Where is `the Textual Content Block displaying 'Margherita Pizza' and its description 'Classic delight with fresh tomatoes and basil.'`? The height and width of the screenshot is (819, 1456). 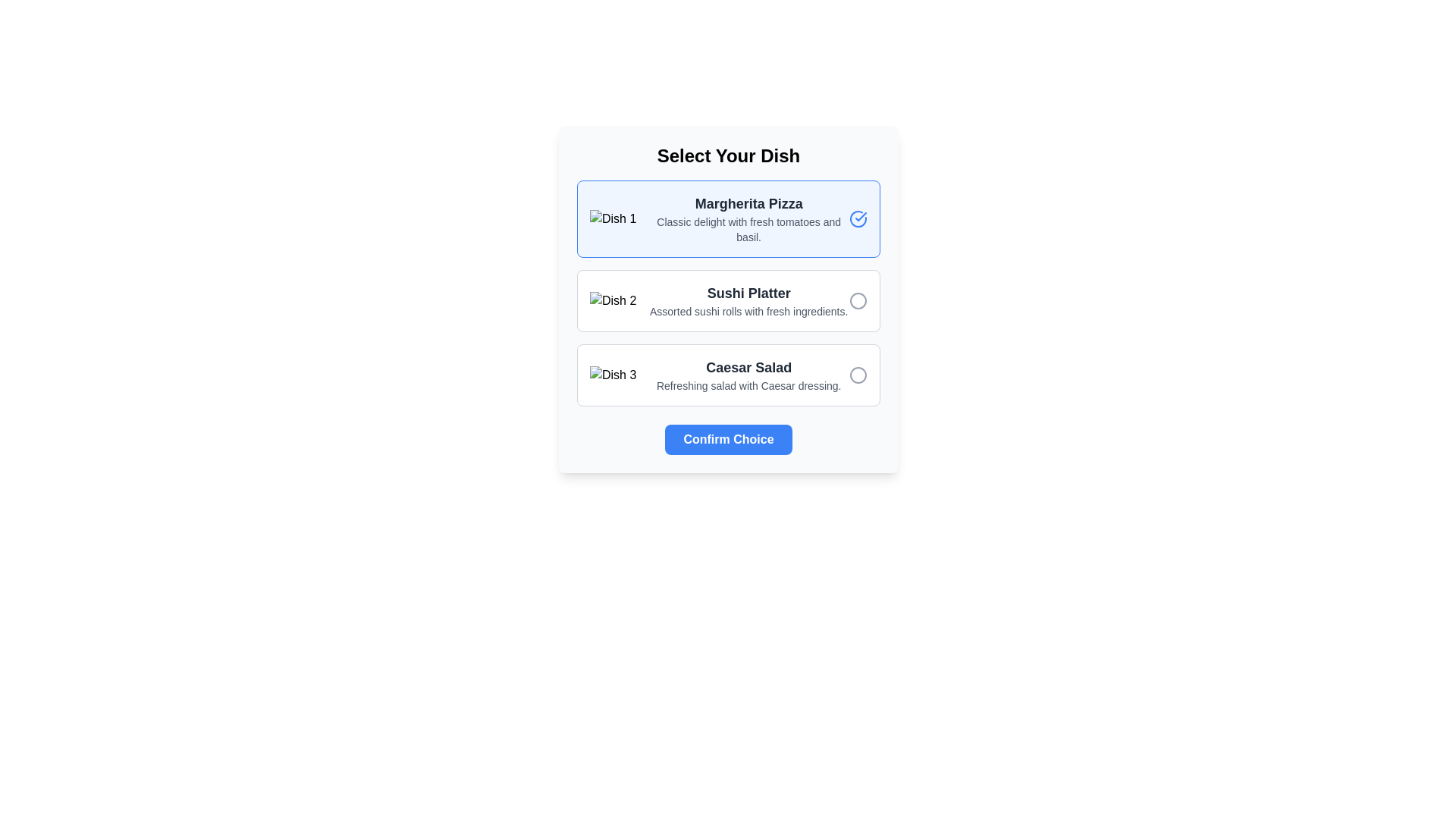
the Textual Content Block displaying 'Margherita Pizza' and its description 'Classic delight with fresh tomatoes and basil.' is located at coordinates (748, 219).